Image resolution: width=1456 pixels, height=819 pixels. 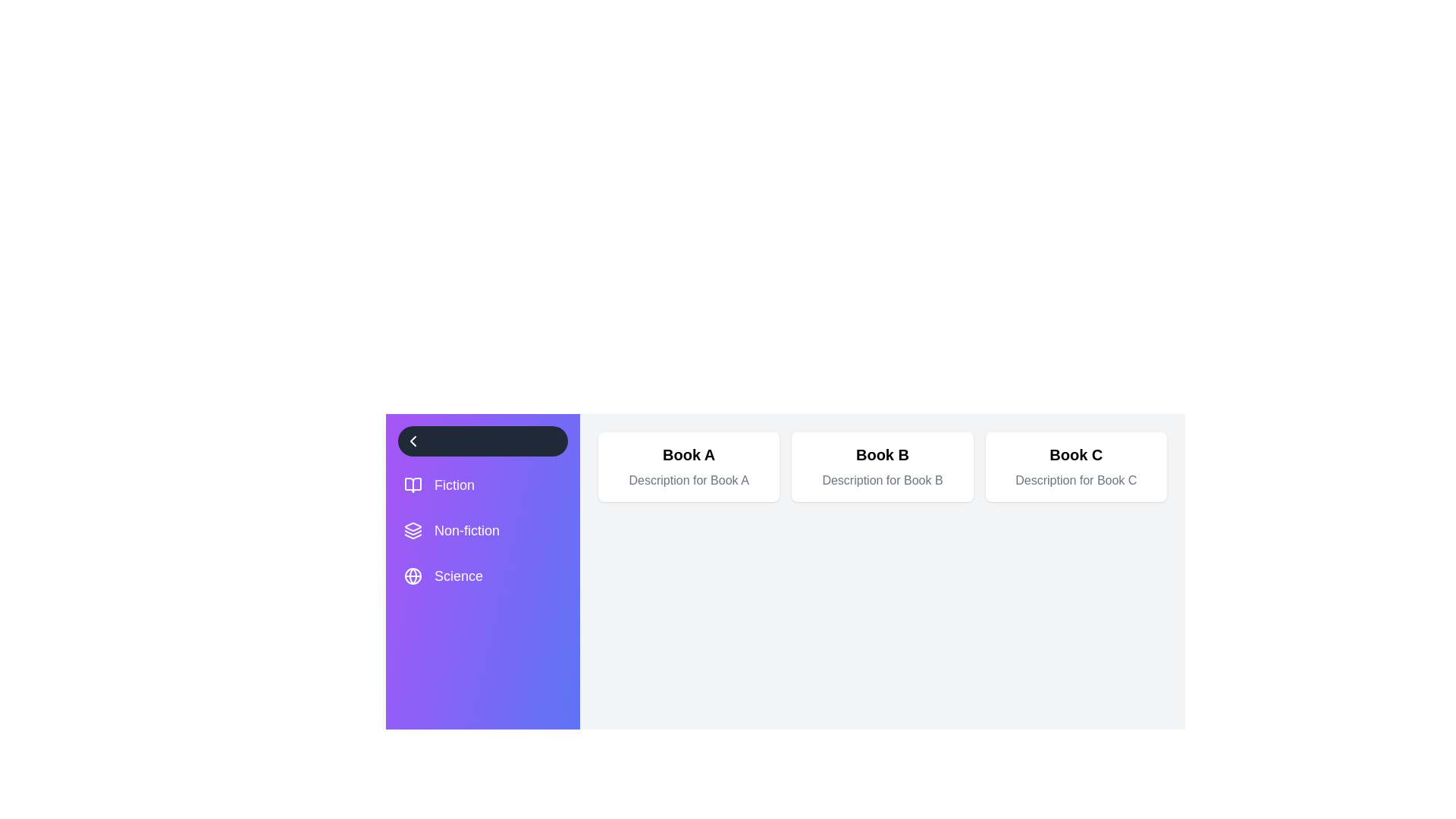 What do you see at coordinates (482, 529) in the screenshot?
I see `the category Non-fiction to select it` at bounding box center [482, 529].